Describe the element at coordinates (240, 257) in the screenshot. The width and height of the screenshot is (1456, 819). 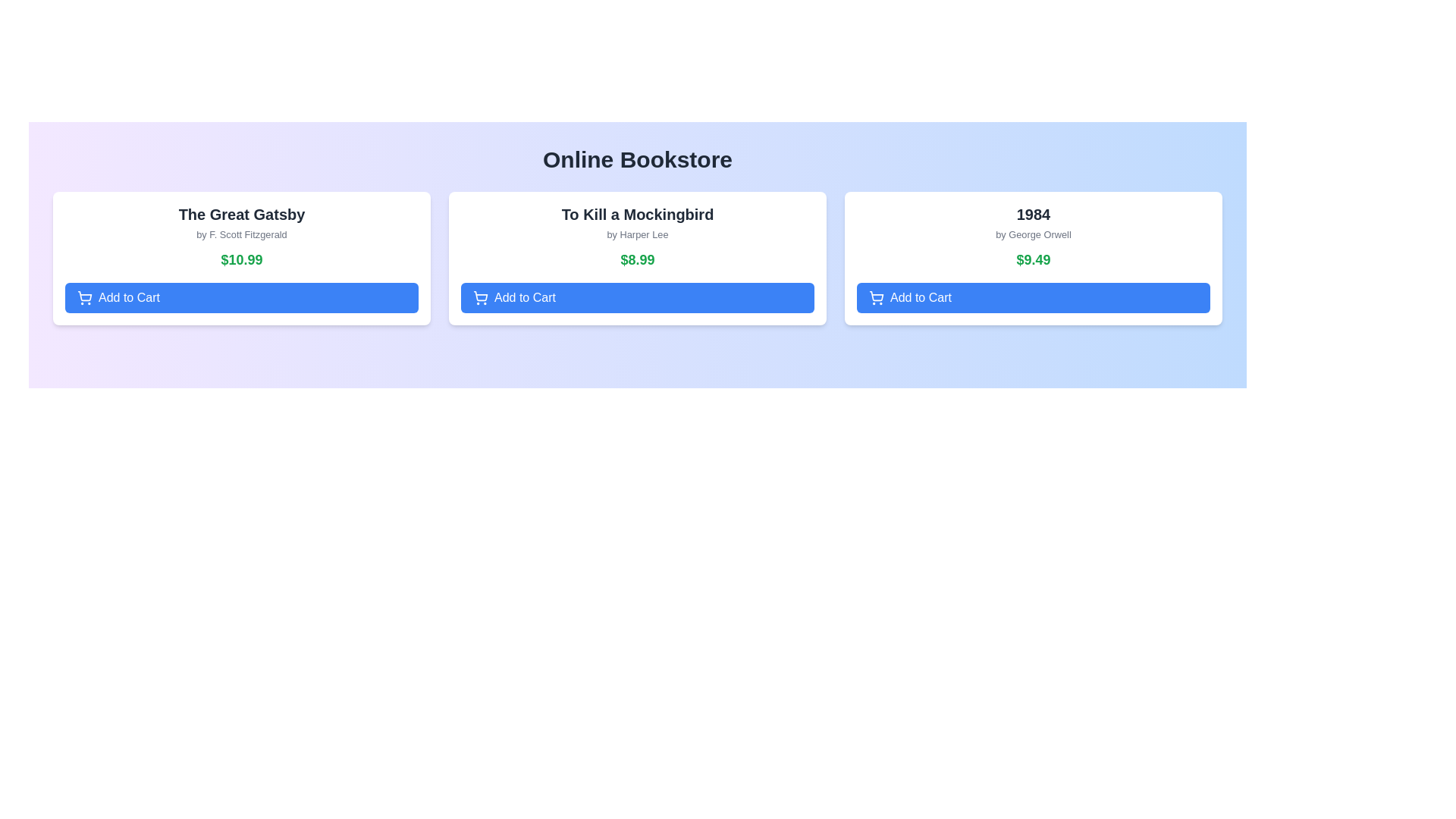
I see `the first book card in the grid layout` at that location.